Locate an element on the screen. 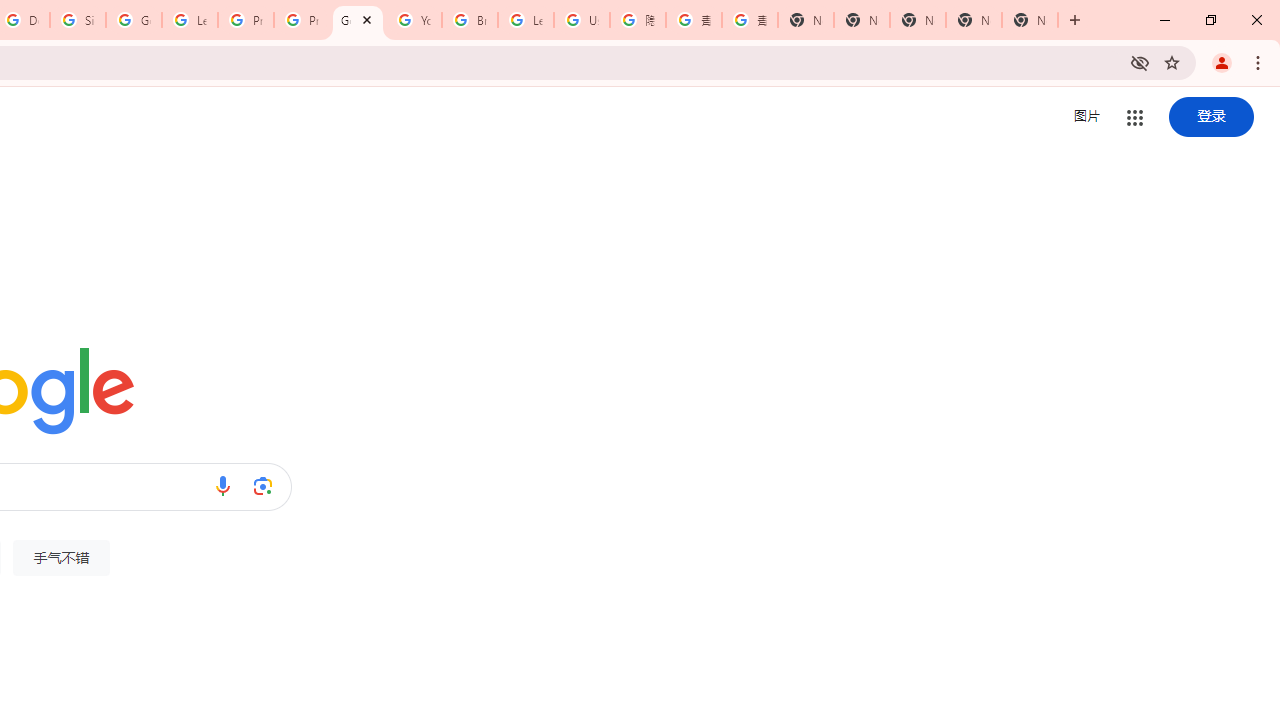 The image size is (1280, 720). 'New Tab' is located at coordinates (1030, 20).